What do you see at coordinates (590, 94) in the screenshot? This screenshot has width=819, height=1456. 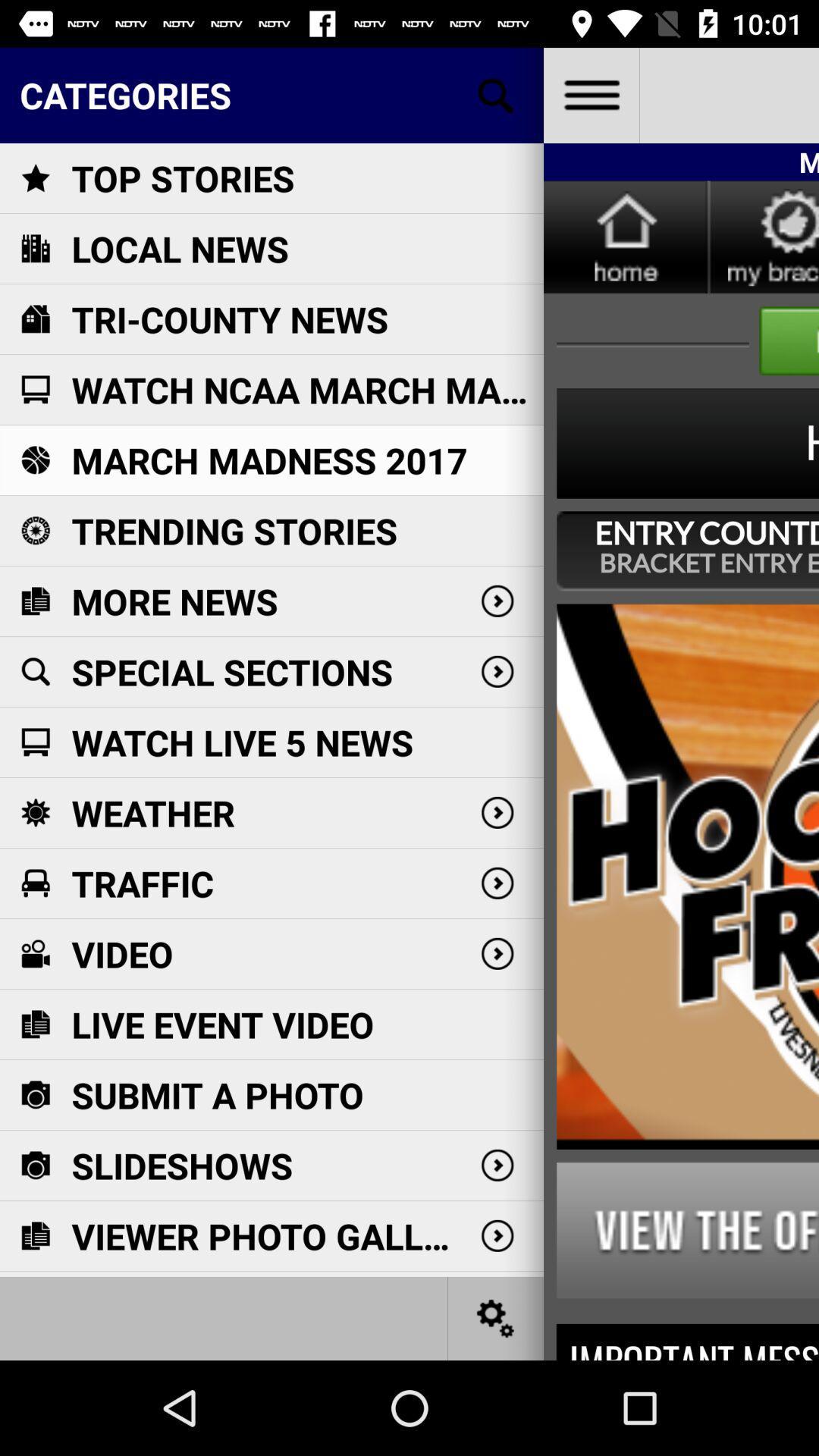 I see `the menu icon` at bounding box center [590, 94].